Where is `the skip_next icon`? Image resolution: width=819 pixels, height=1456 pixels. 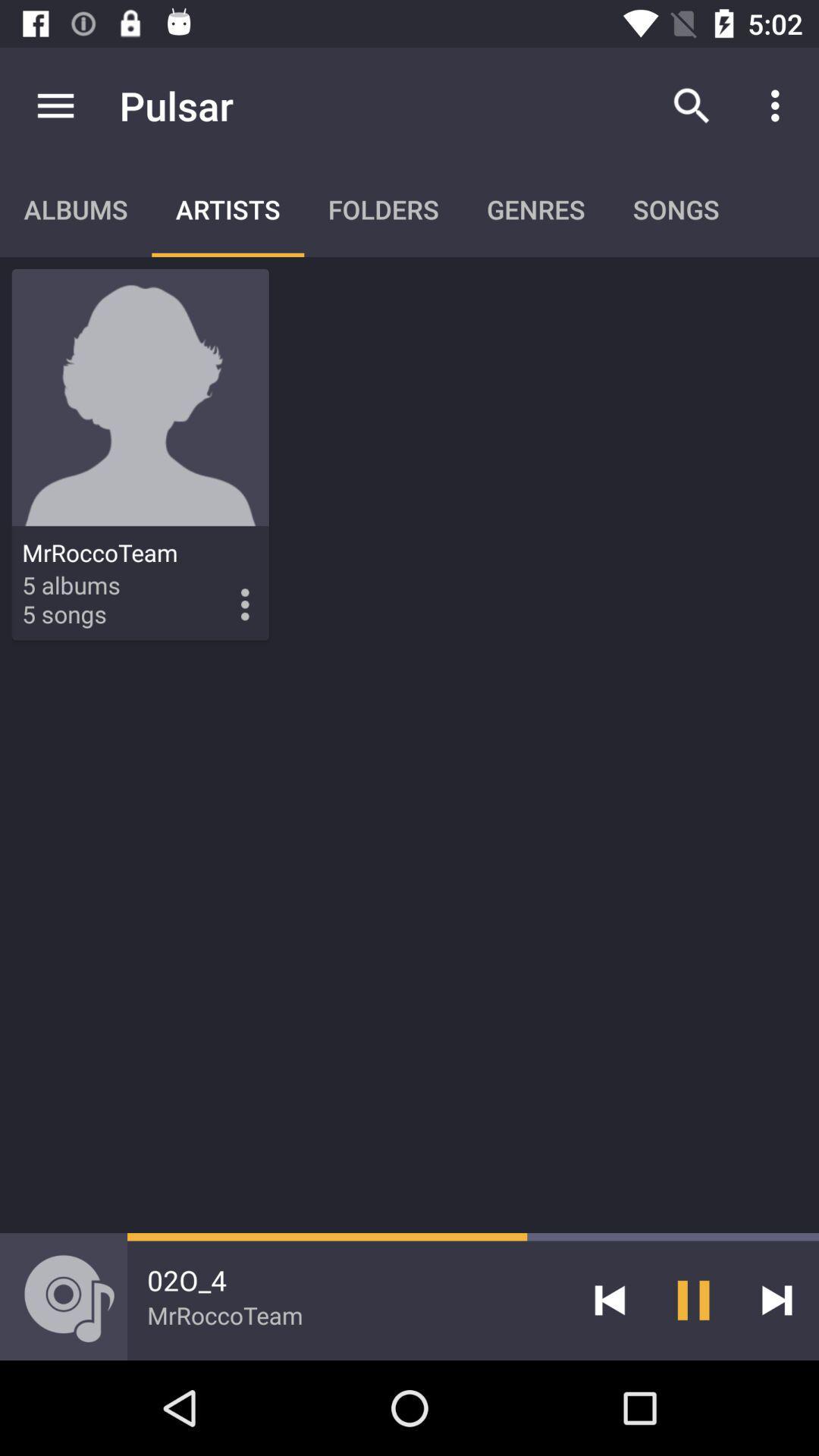
the skip_next icon is located at coordinates (777, 1299).